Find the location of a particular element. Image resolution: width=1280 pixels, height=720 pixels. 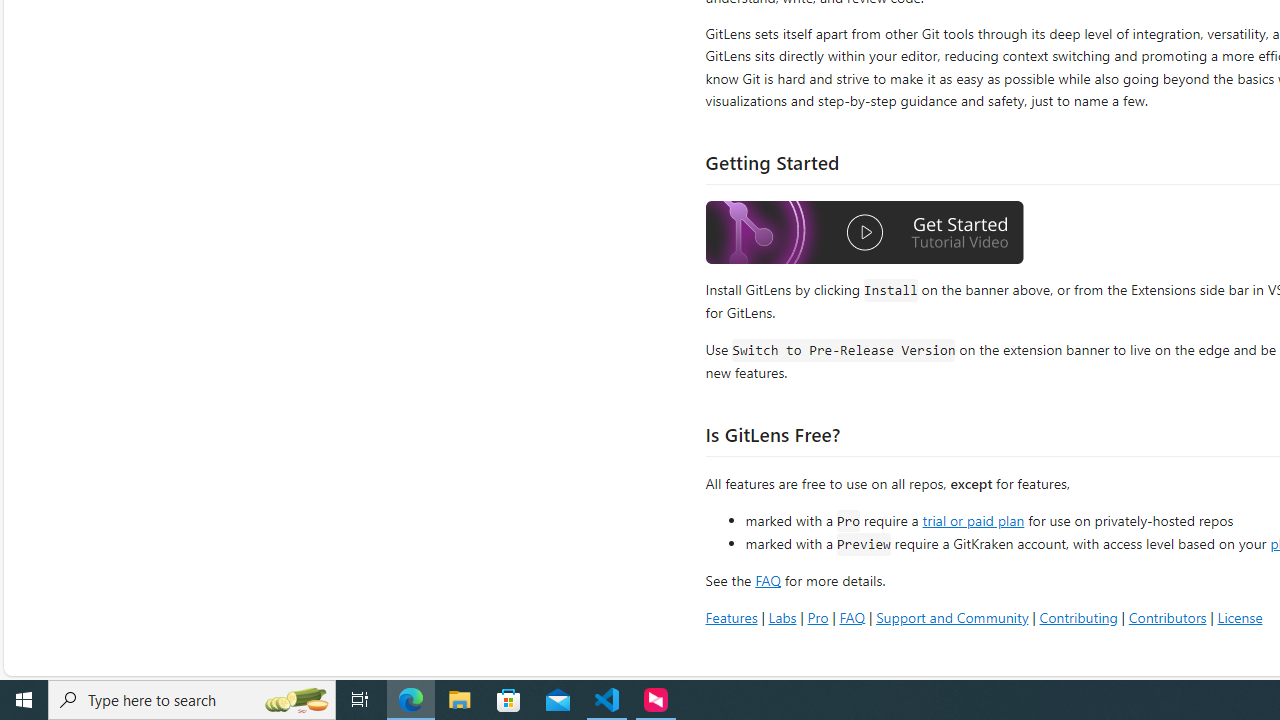

'Labs' is located at coordinates (781, 616).